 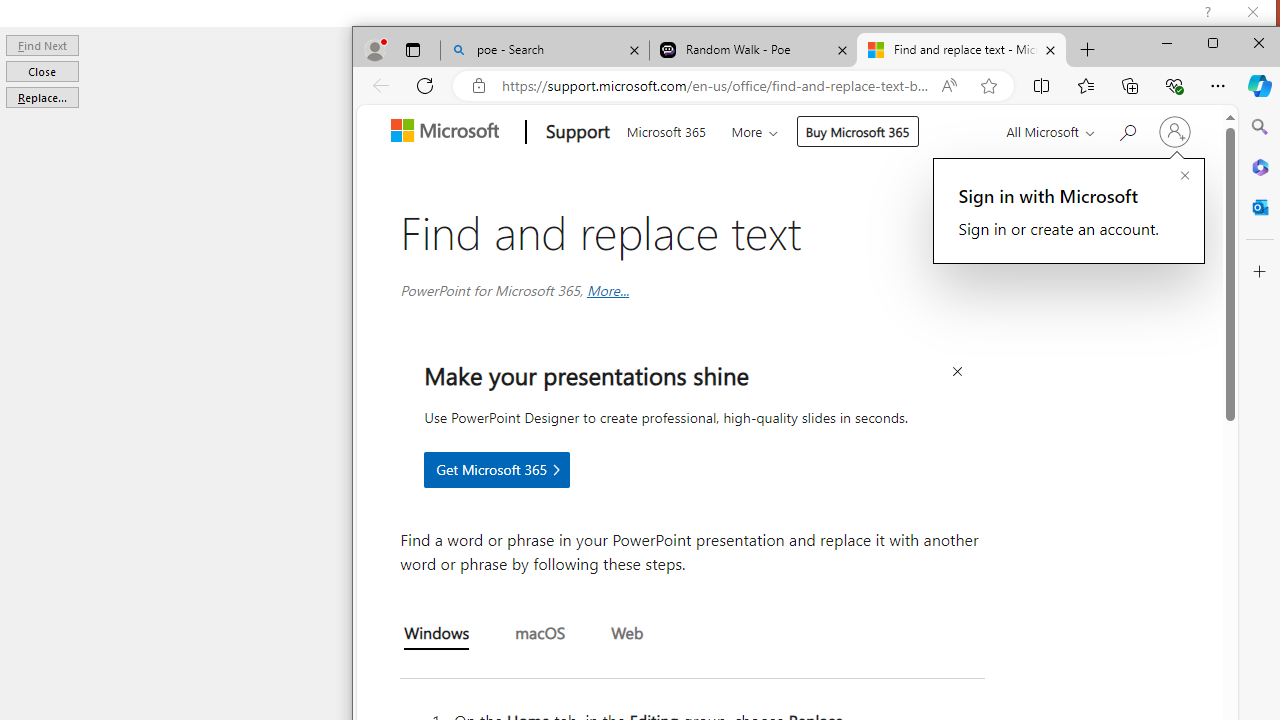 What do you see at coordinates (857, 131) in the screenshot?
I see `'Buy Microsoft 365'` at bounding box center [857, 131].